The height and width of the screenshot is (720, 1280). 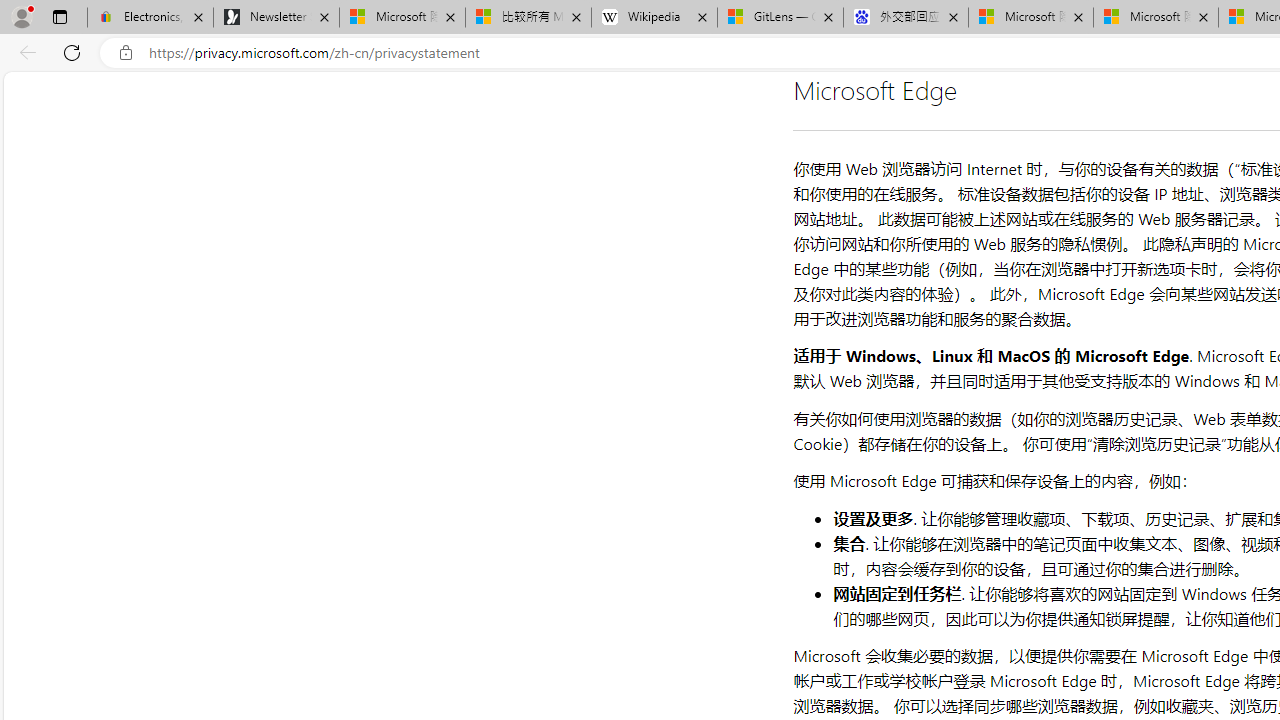 I want to click on 'Refresh', so click(x=72, y=51).